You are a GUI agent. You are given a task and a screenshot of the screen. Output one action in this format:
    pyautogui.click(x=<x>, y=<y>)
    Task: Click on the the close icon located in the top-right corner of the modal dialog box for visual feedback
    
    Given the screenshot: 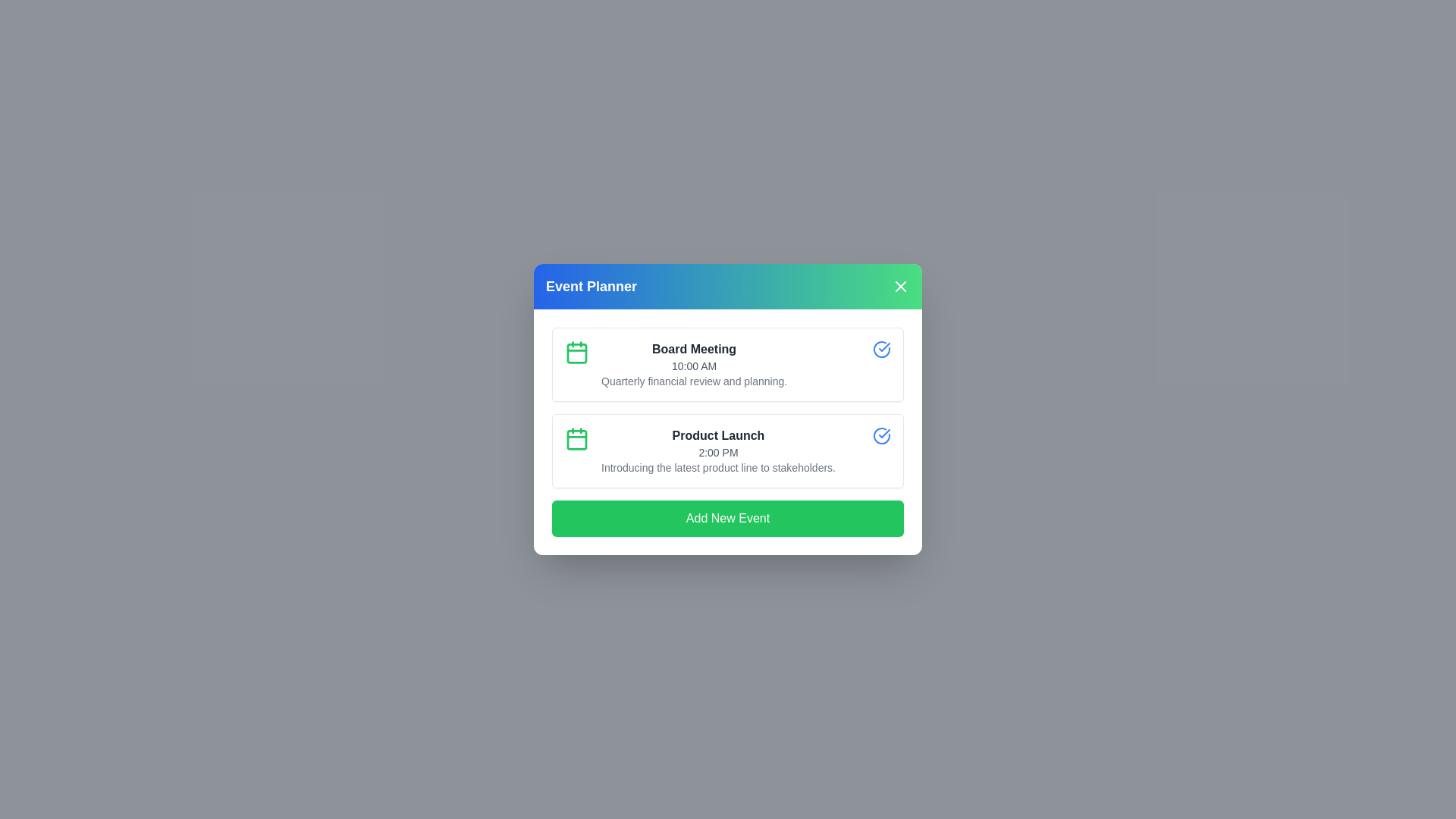 What is the action you would take?
    pyautogui.click(x=901, y=287)
    